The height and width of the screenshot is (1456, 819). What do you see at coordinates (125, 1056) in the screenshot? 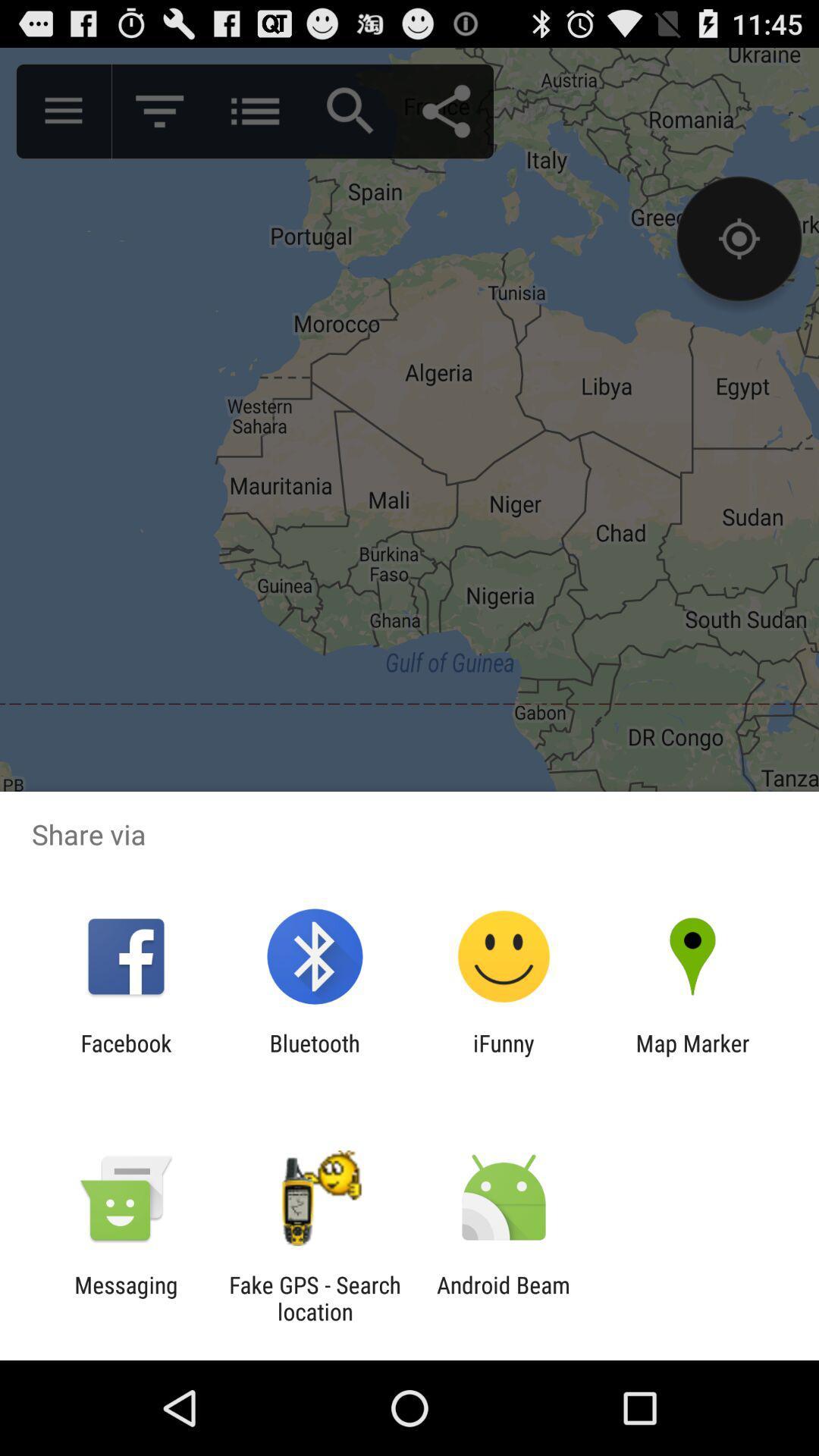
I see `app next to bluetooth` at bounding box center [125, 1056].